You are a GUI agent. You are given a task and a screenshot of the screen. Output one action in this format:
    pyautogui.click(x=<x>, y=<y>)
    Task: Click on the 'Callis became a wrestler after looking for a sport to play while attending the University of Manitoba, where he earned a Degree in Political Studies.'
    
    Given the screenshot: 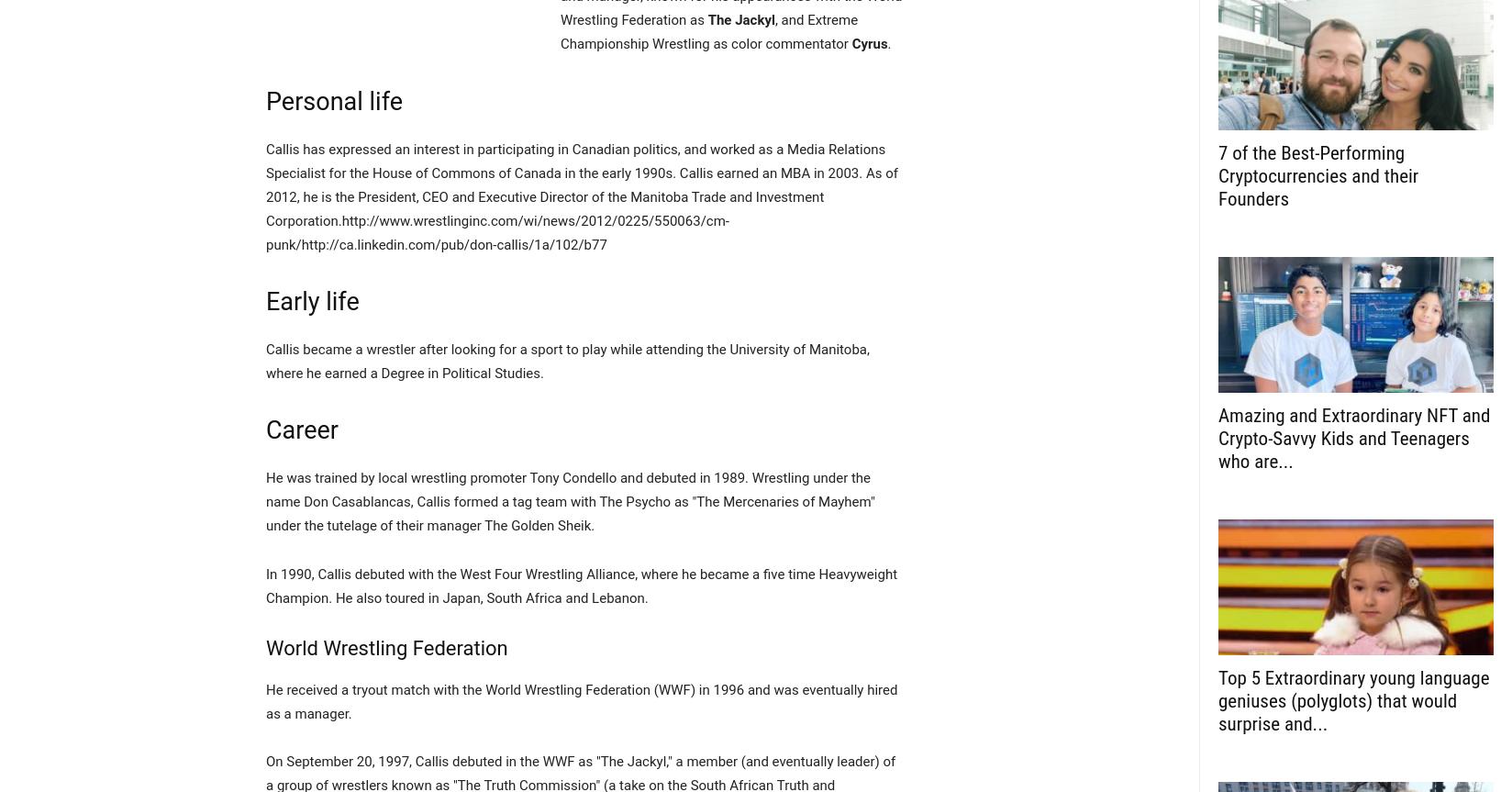 What is the action you would take?
    pyautogui.click(x=567, y=361)
    